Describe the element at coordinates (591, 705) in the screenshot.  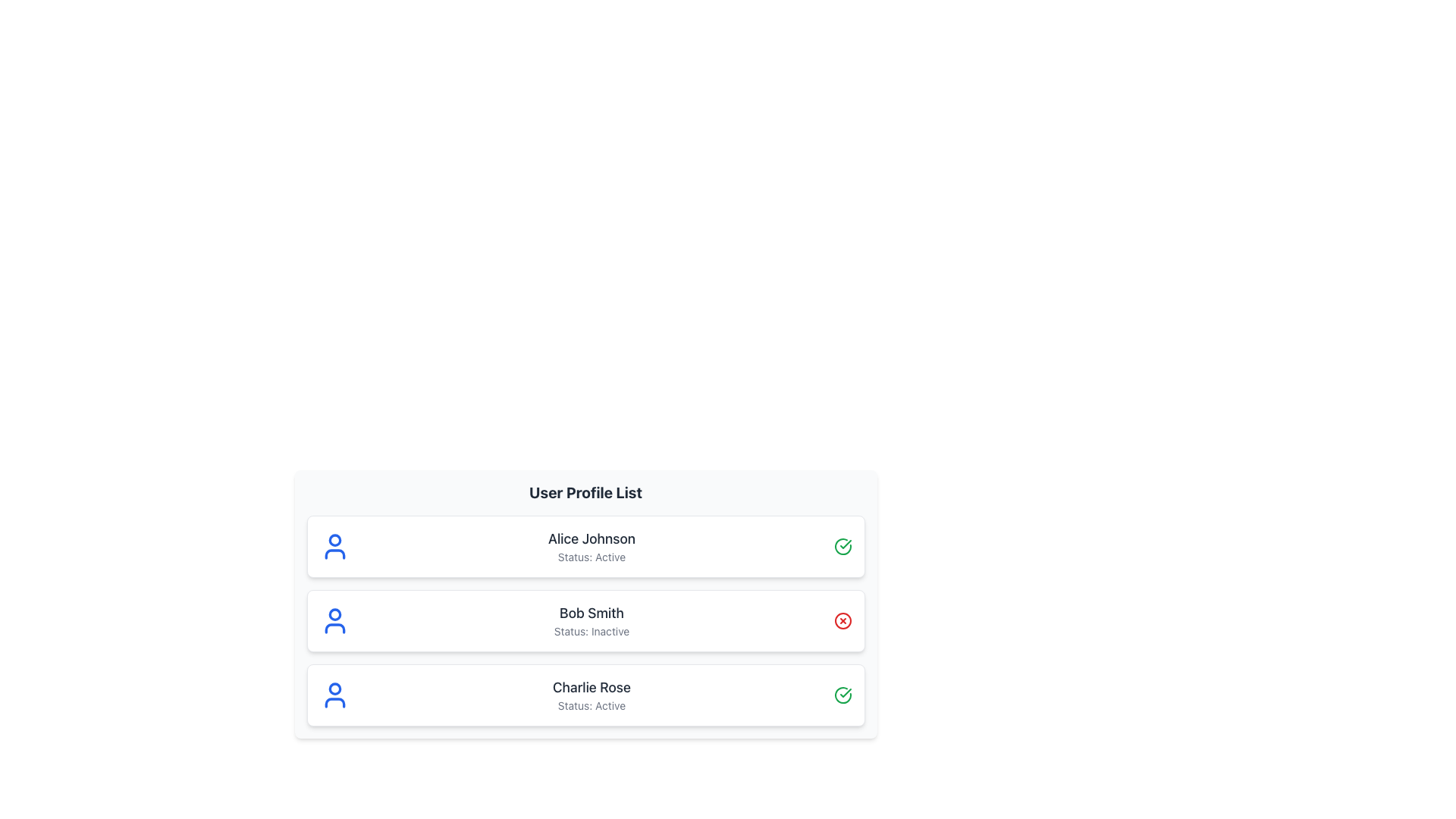
I see `the status information text label for user 'Charlie Rose', which indicates the user is active and is located in the bottom text segment of the profile card` at that location.